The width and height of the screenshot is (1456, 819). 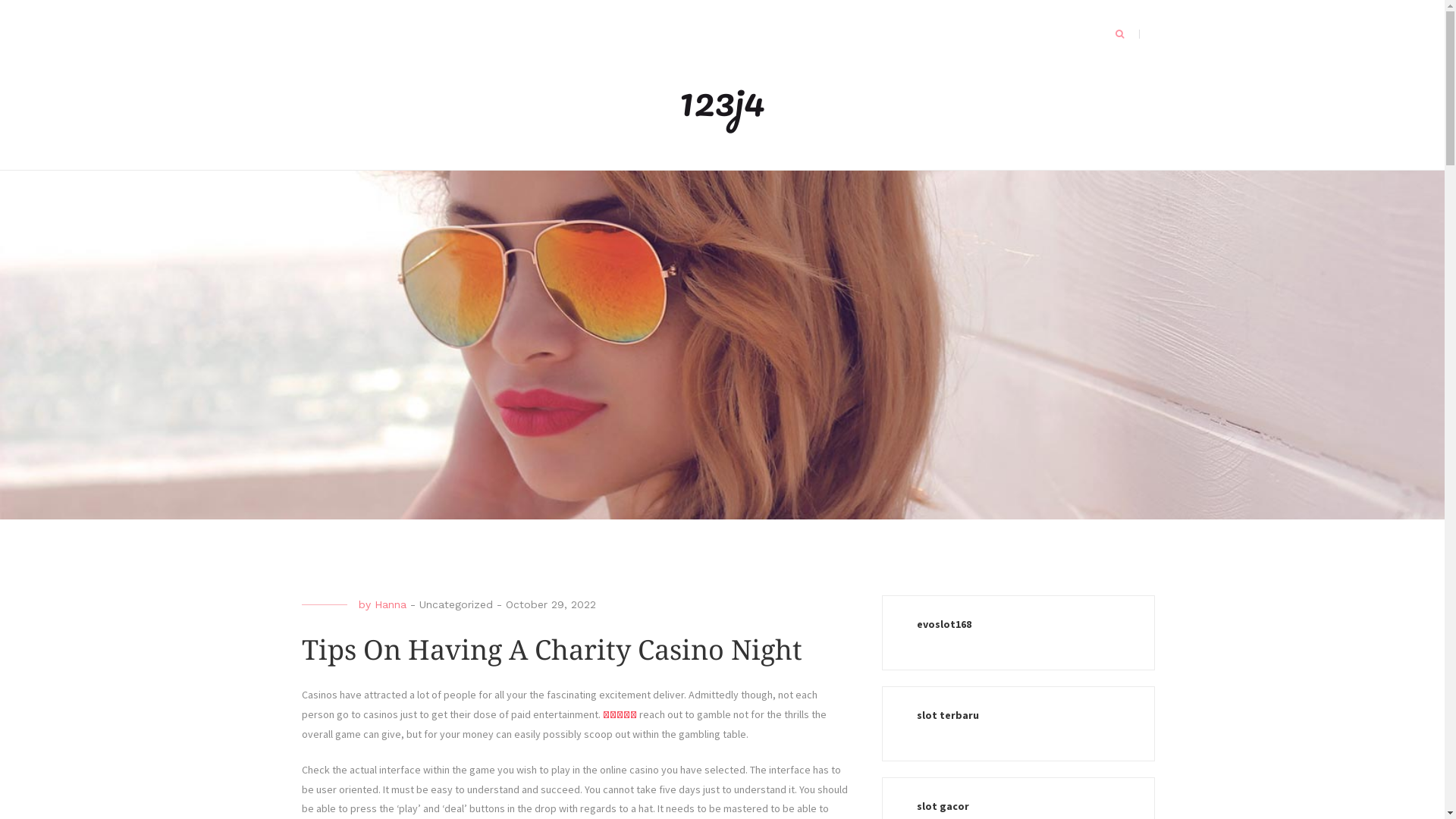 I want to click on 'Hanna', so click(x=375, y=604).